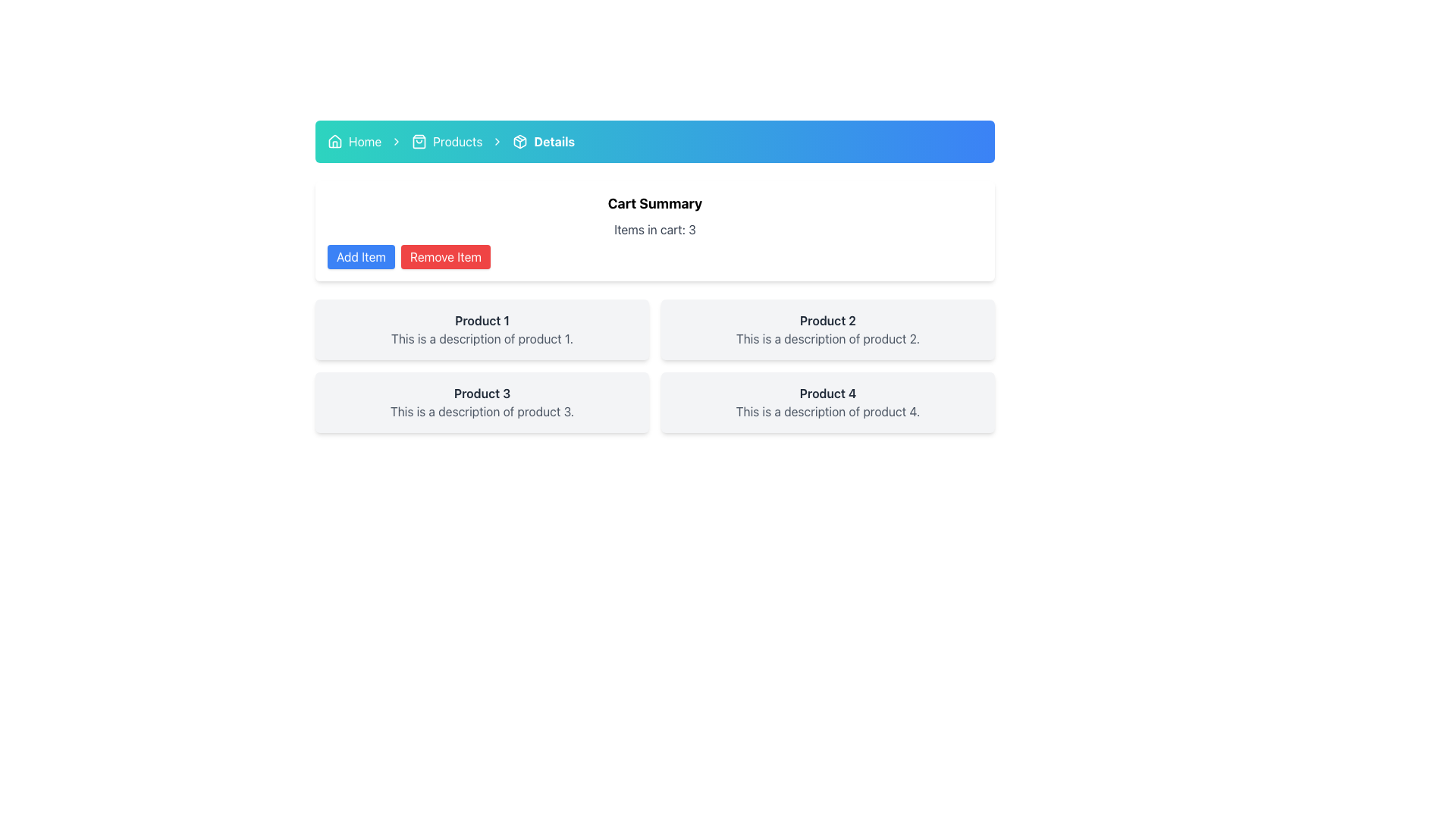 This screenshot has height=819, width=1456. What do you see at coordinates (544, 141) in the screenshot?
I see `the 'Details' breadcrumb link in the navigation bar, which is the third element in the sequence 'Home > Products > Details'. It is styled in bold font and is located to the right of the 'Products' item` at bounding box center [544, 141].